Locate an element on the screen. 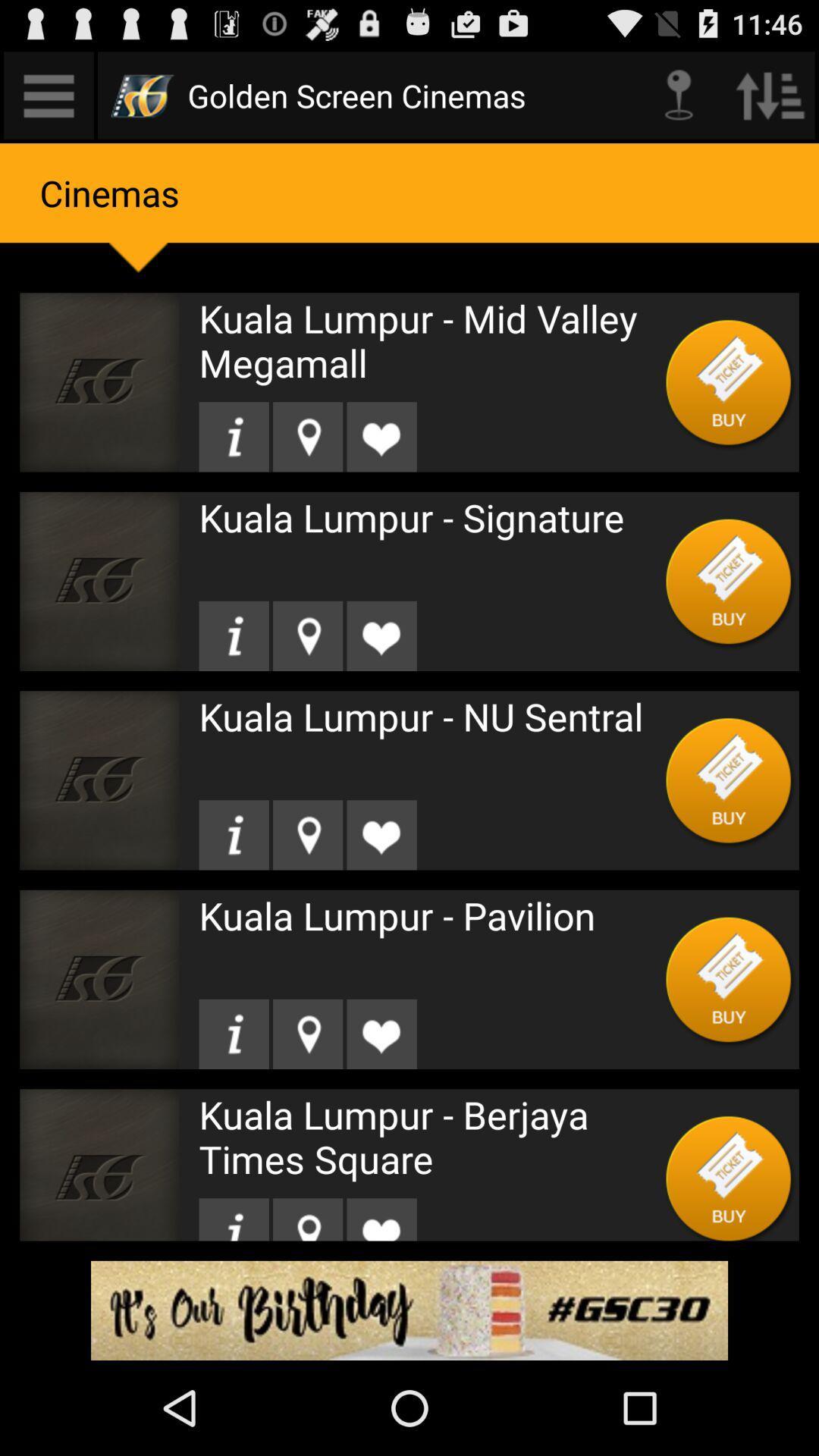 The image size is (819, 1456). likes is located at coordinates (381, 1033).